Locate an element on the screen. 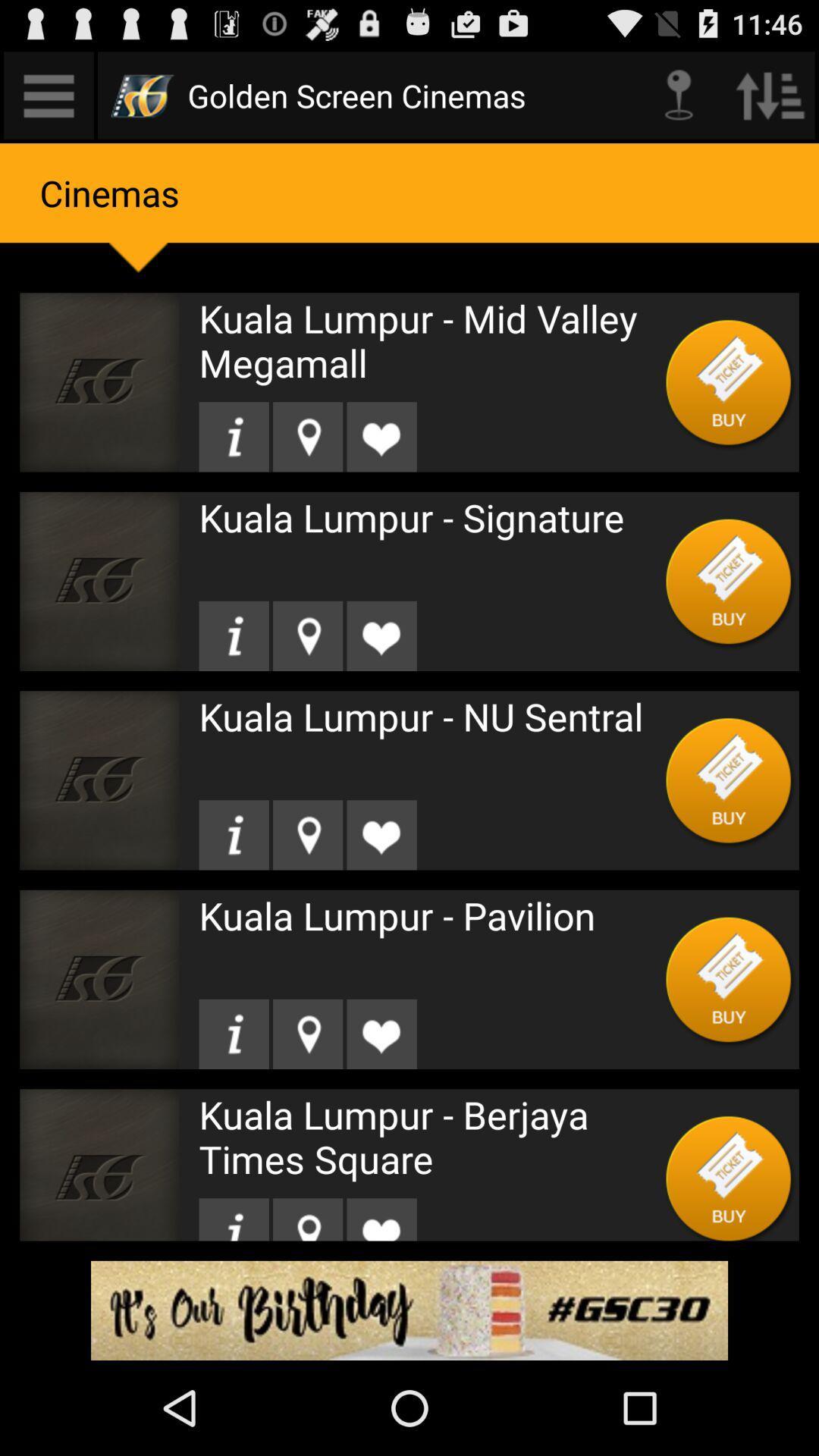 The image size is (819, 1456). likes is located at coordinates (381, 1033).